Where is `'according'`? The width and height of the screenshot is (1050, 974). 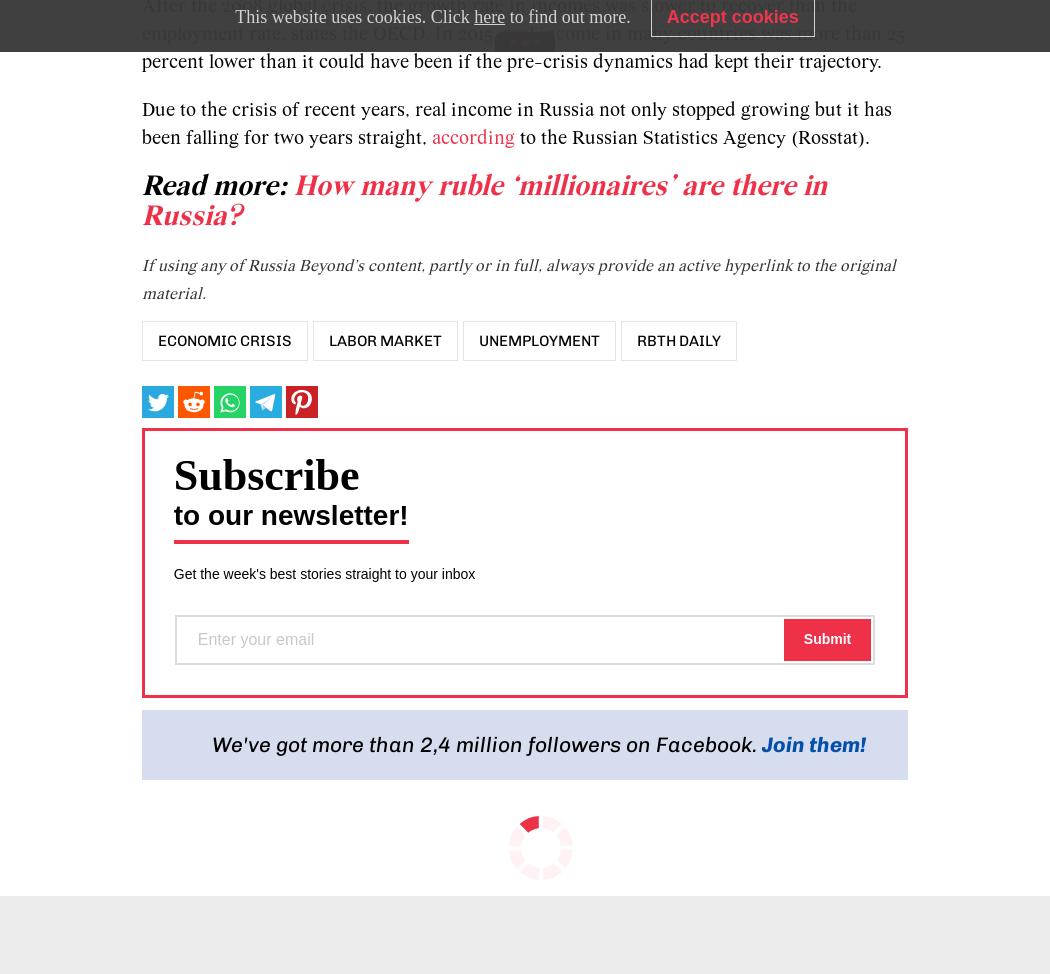 'according' is located at coordinates (472, 137).